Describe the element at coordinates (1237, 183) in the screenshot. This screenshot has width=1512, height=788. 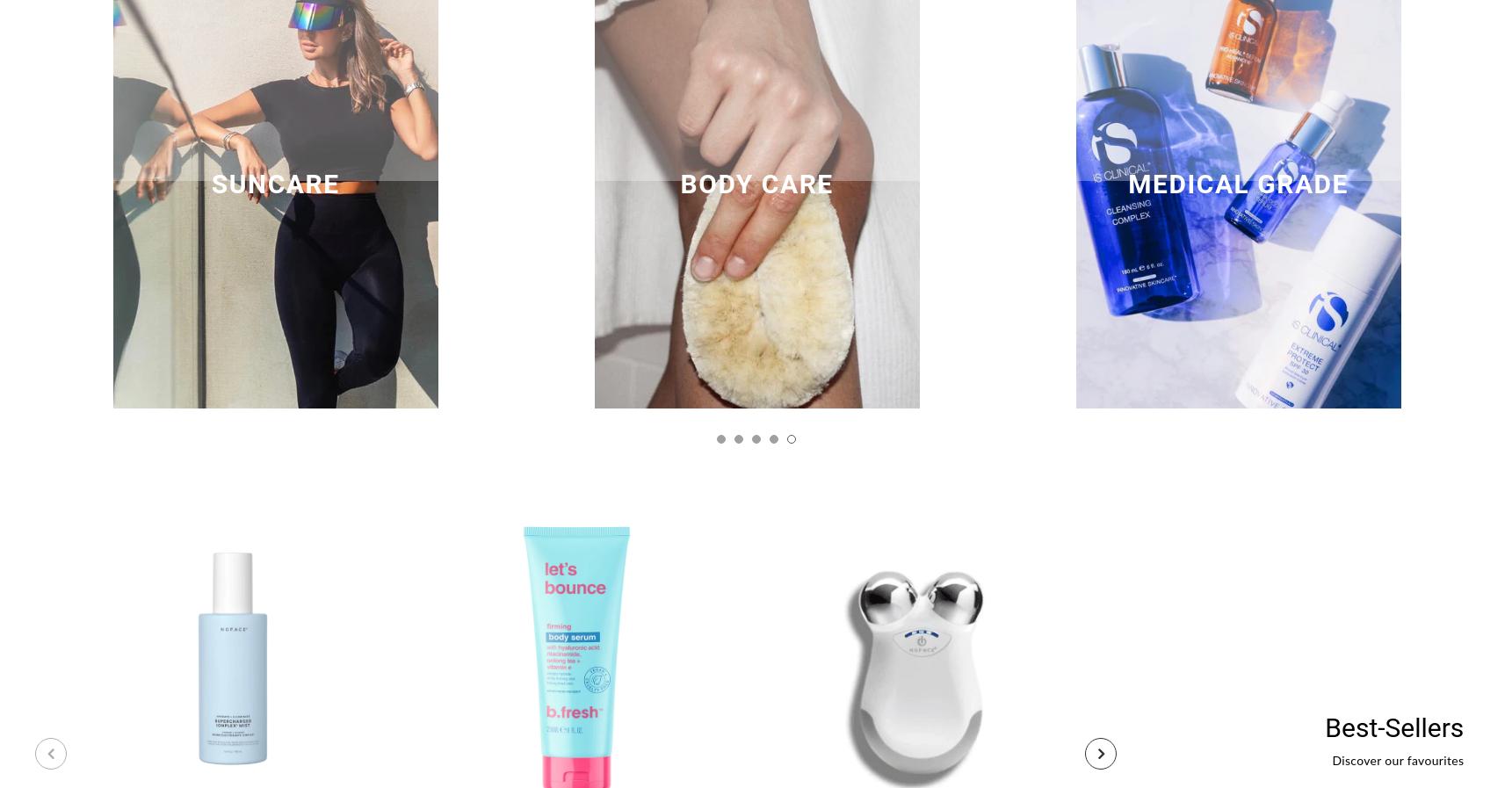
I see `'MEDICAL GRADE'` at that location.